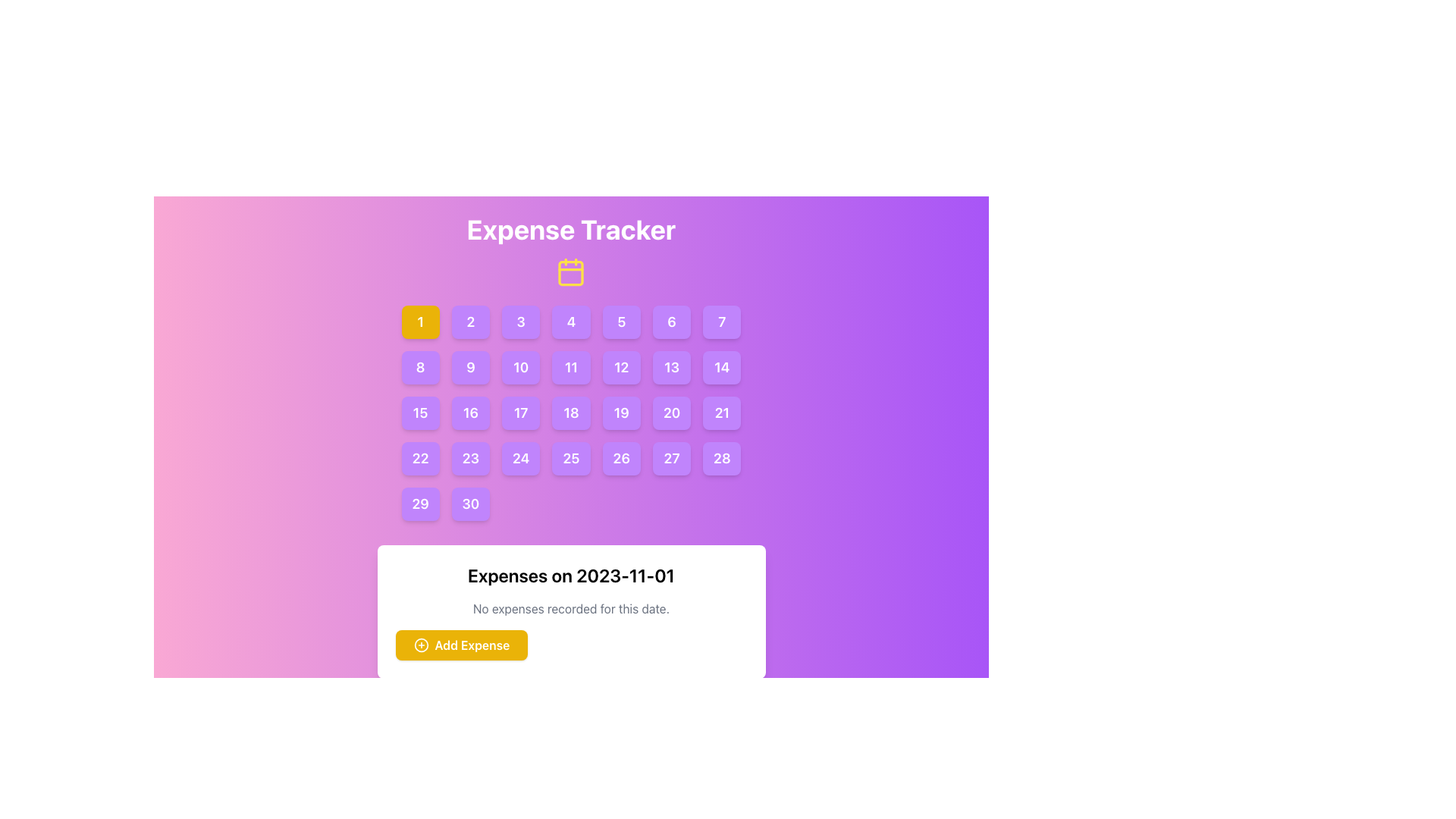 The height and width of the screenshot is (819, 1456). Describe the element at coordinates (570, 458) in the screenshot. I see `the button representing the 25th day in the calendar view` at that location.